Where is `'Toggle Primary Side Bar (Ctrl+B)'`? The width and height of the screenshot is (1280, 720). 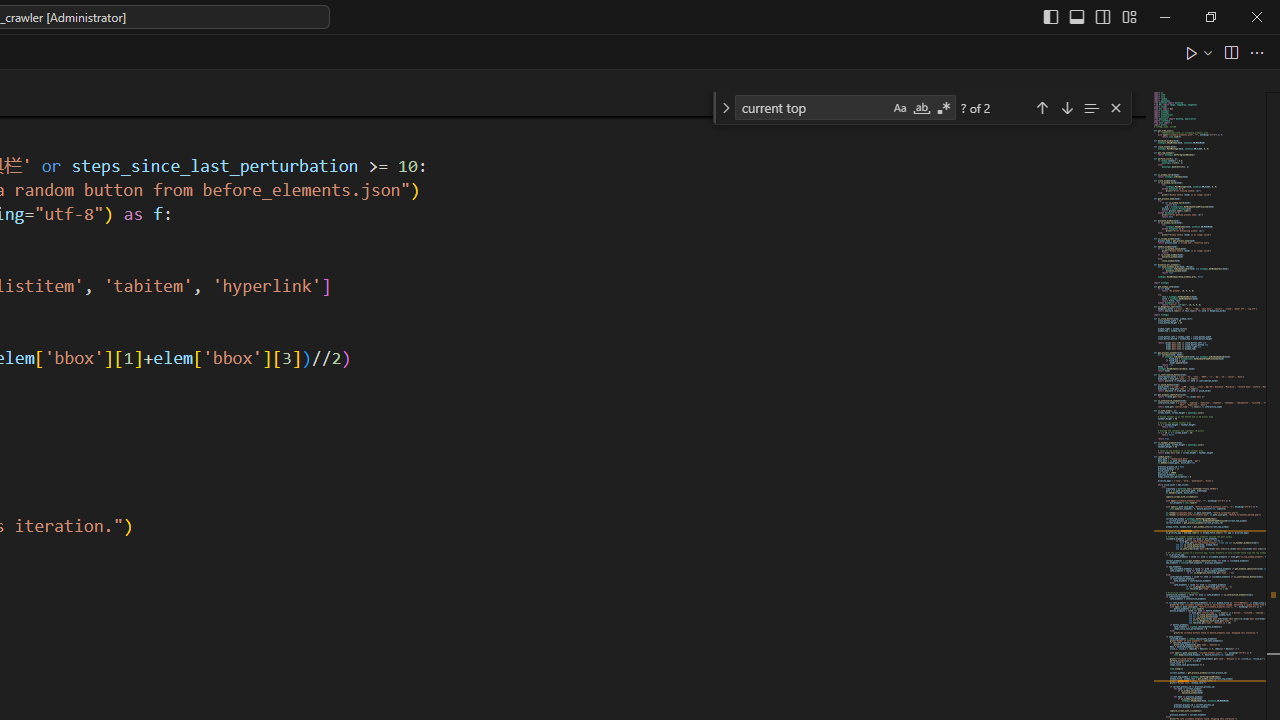
'Toggle Primary Side Bar (Ctrl+B)' is located at coordinates (1049, 16).